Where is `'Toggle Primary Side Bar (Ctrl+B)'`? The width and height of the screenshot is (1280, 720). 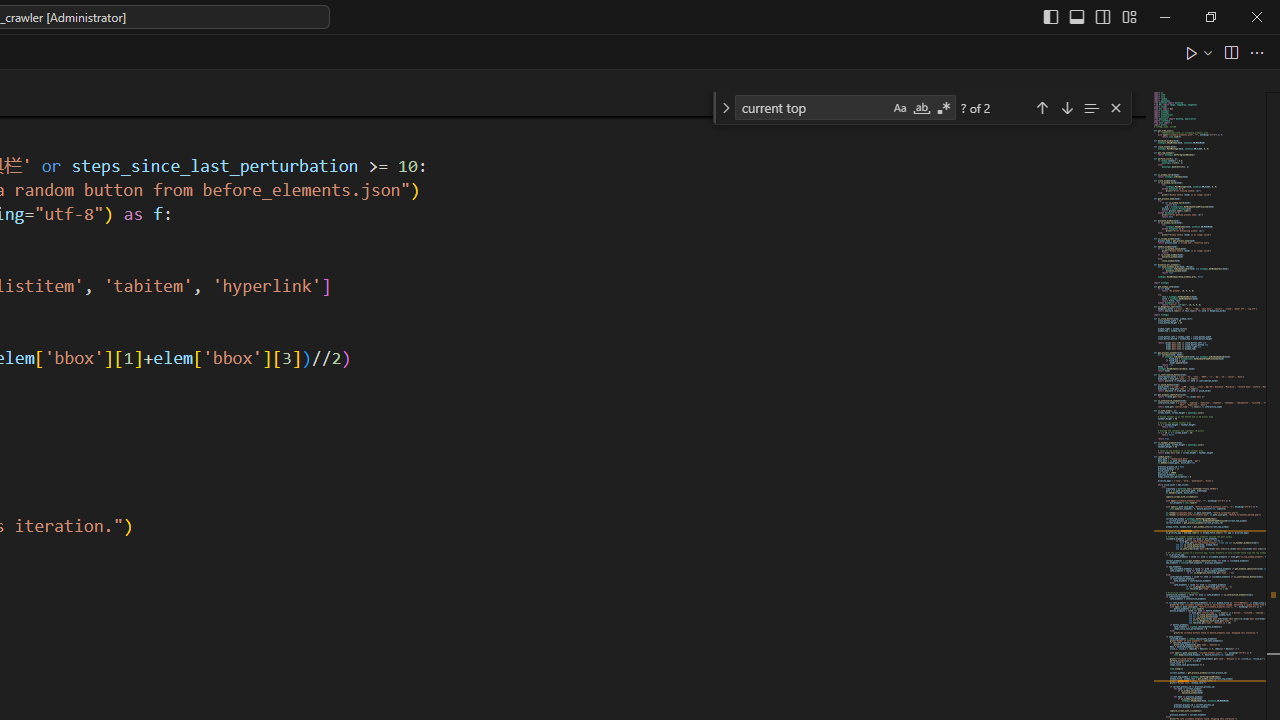
'Toggle Primary Side Bar (Ctrl+B)' is located at coordinates (1049, 16).